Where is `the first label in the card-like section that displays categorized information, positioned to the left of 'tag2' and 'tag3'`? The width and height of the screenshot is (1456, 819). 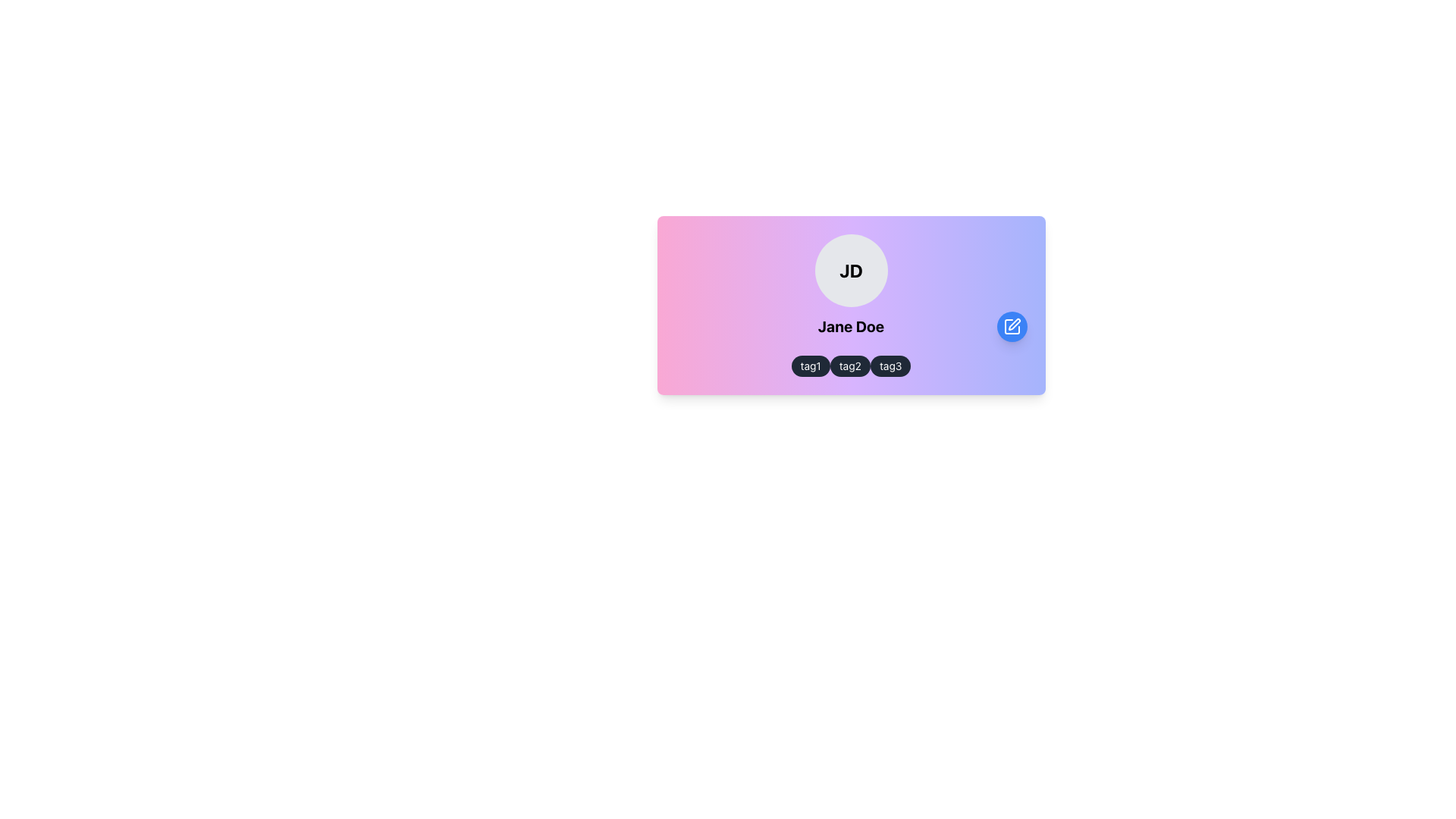
the first label in the card-like section that displays categorized information, positioned to the left of 'tag2' and 'tag3' is located at coordinates (810, 366).